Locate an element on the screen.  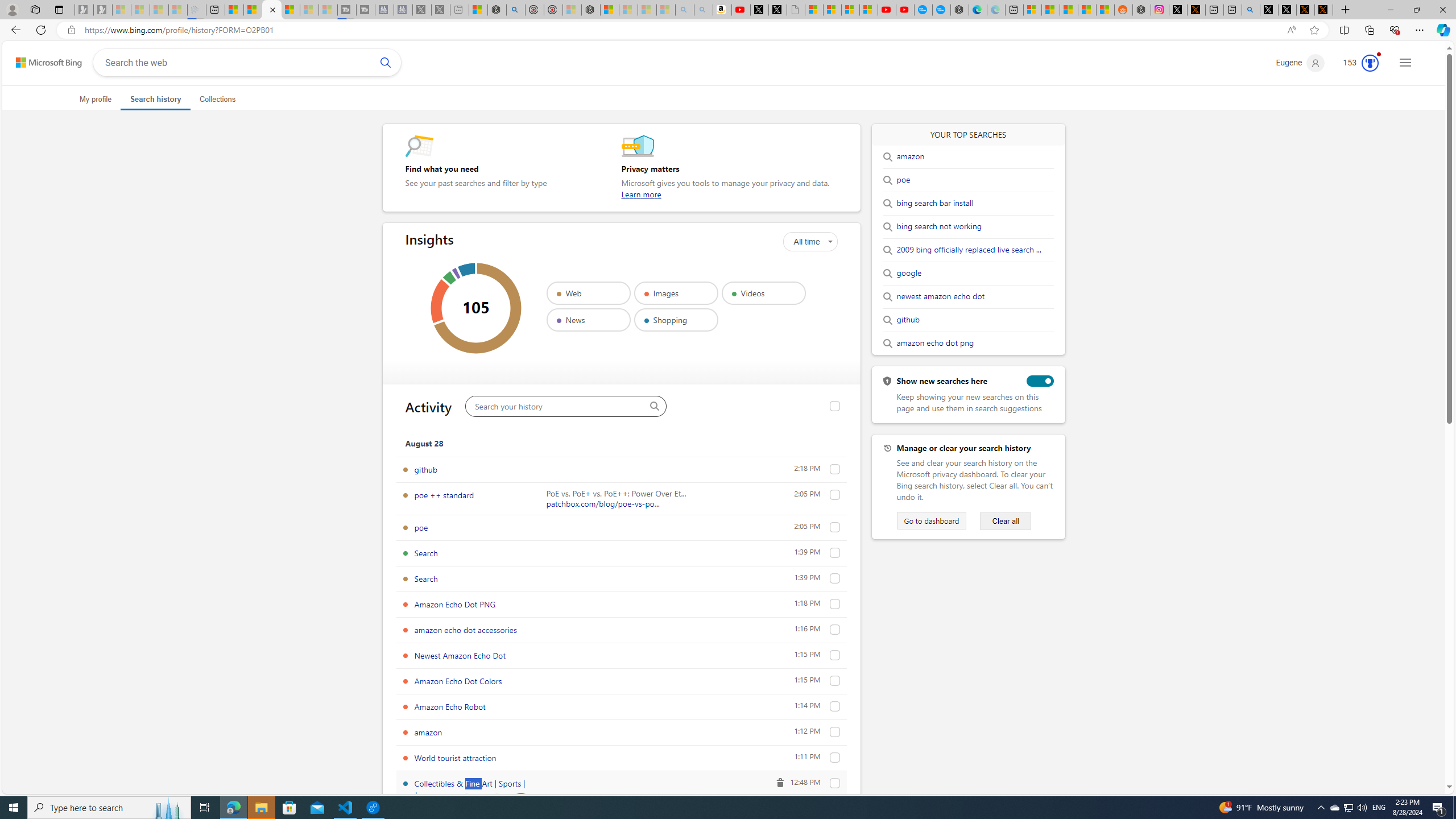
'Collections' is located at coordinates (217, 98).